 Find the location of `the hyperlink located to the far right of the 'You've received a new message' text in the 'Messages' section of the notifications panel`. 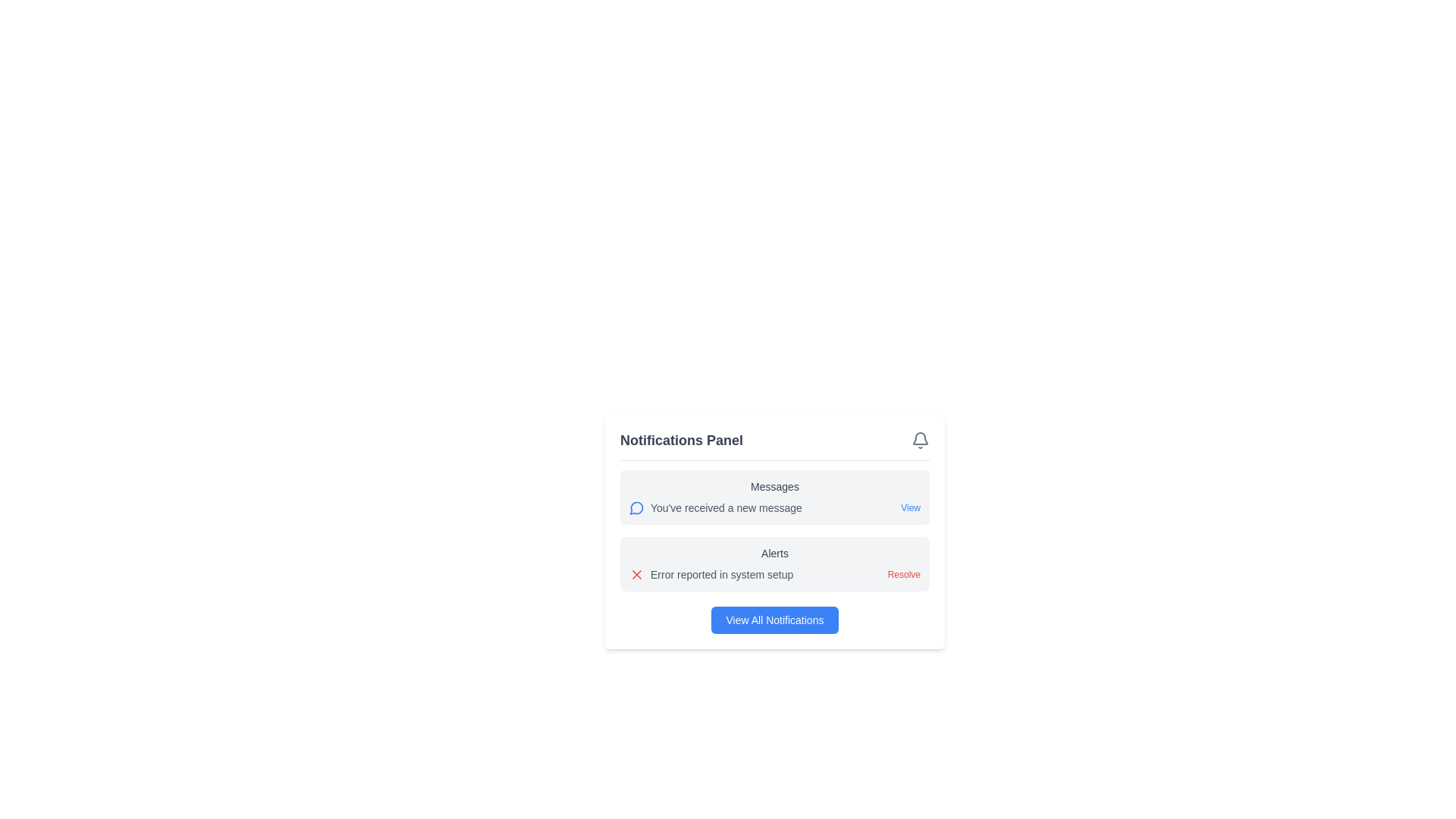

the hyperlink located to the far right of the 'You've received a new message' text in the 'Messages' section of the notifications panel is located at coordinates (910, 508).